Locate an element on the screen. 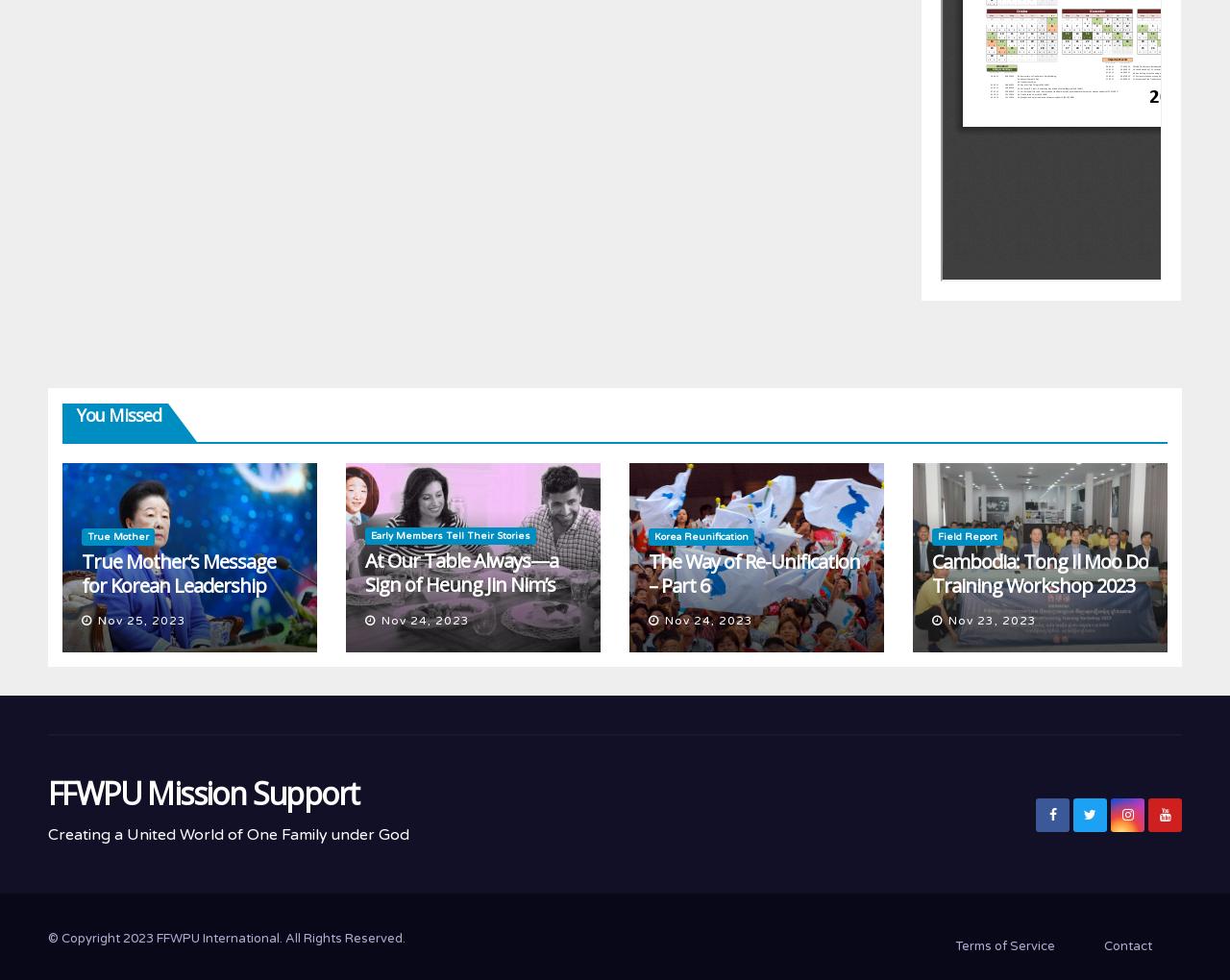 This screenshot has width=1230, height=980. 'True Mother' is located at coordinates (117, 536).